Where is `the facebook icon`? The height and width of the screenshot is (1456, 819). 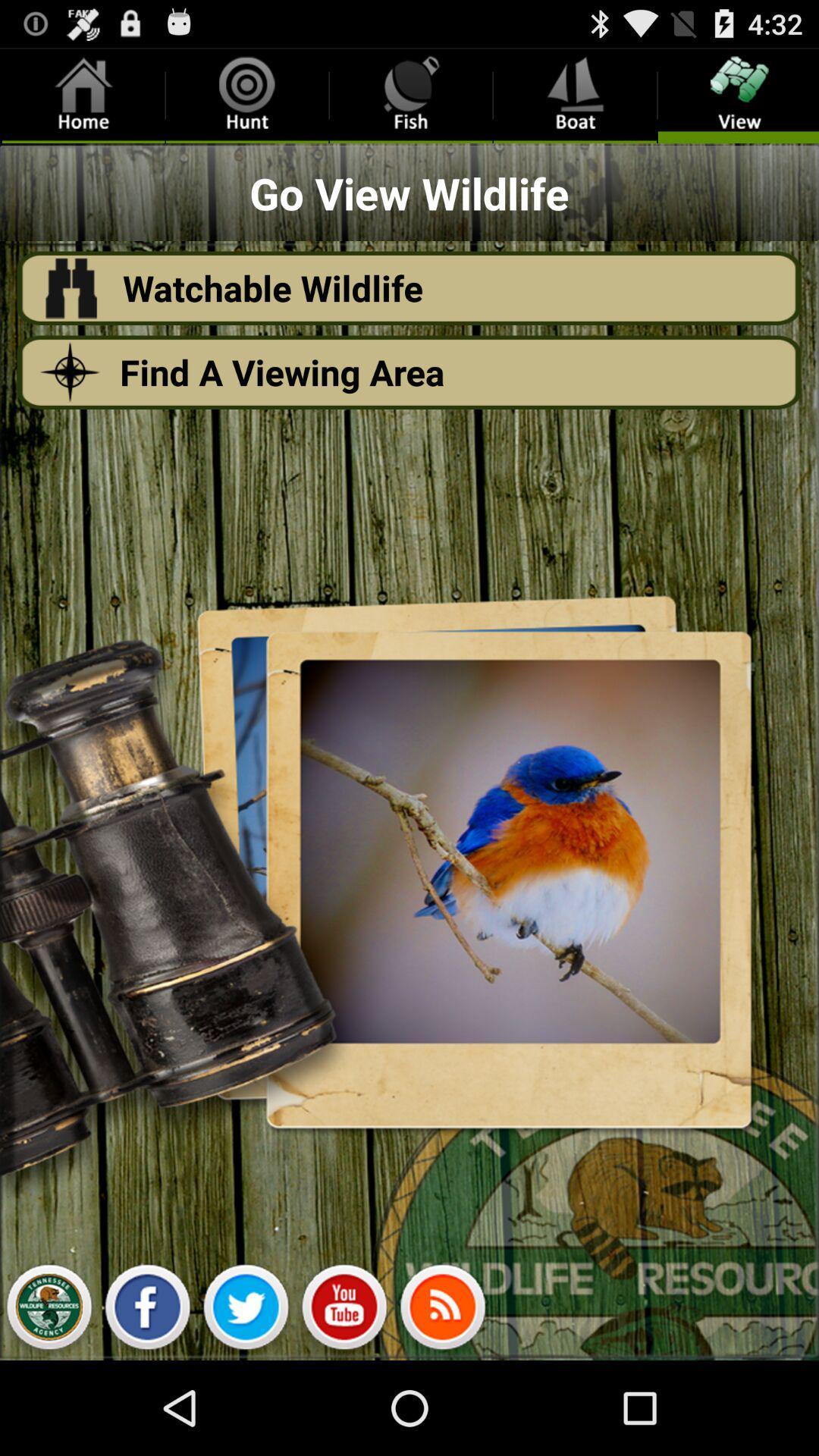 the facebook icon is located at coordinates (147, 1402).